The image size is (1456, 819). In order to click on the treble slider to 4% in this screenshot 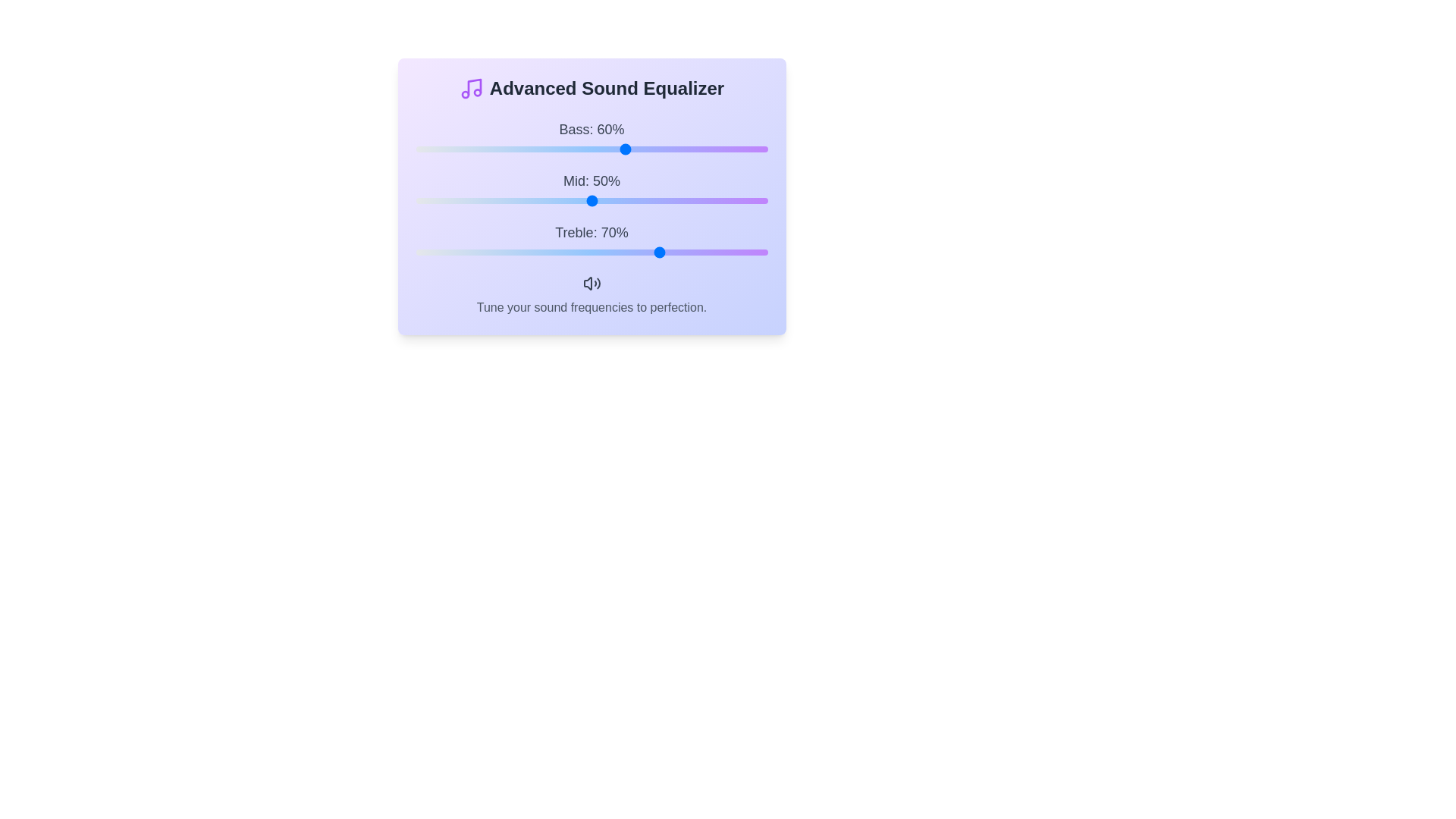, I will do `click(428, 251)`.